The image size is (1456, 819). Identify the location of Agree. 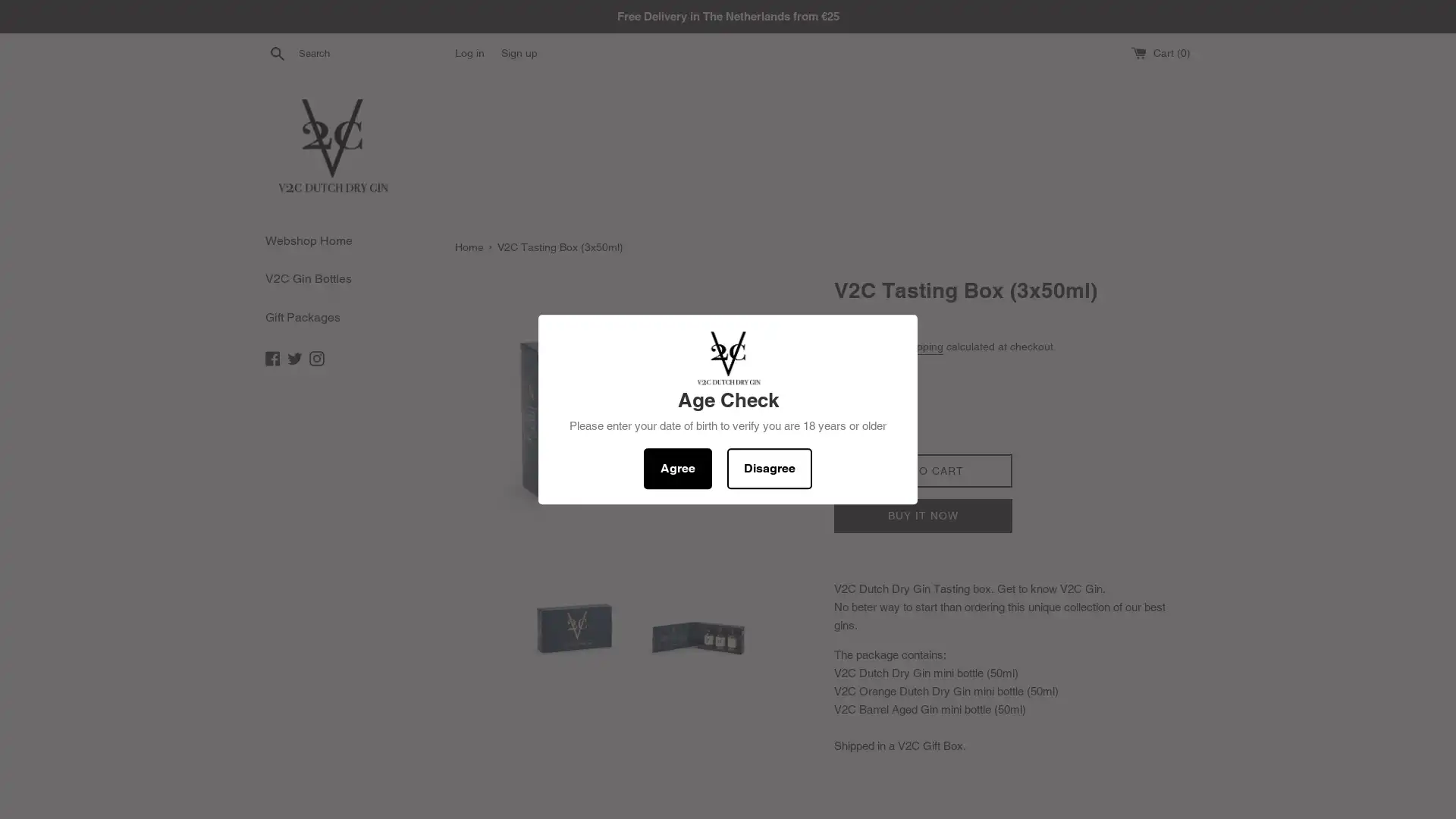
(676, 467).